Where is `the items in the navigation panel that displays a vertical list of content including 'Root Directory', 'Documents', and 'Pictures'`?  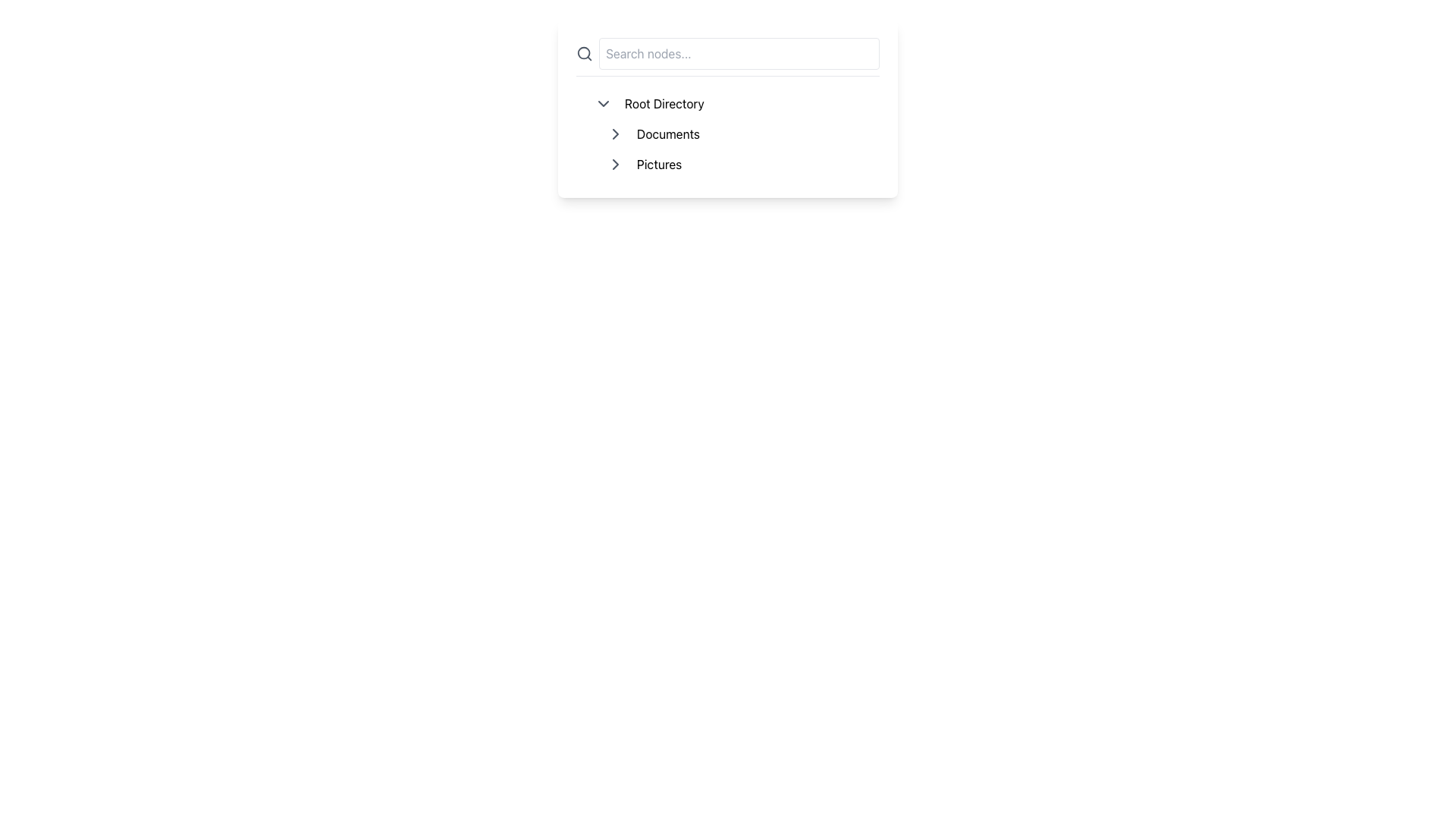 the items in the navigation panel that displays a vertical list of content including 'Root Directory', 'Documents', and 'Pictures' is located at coordinates (728, 108).